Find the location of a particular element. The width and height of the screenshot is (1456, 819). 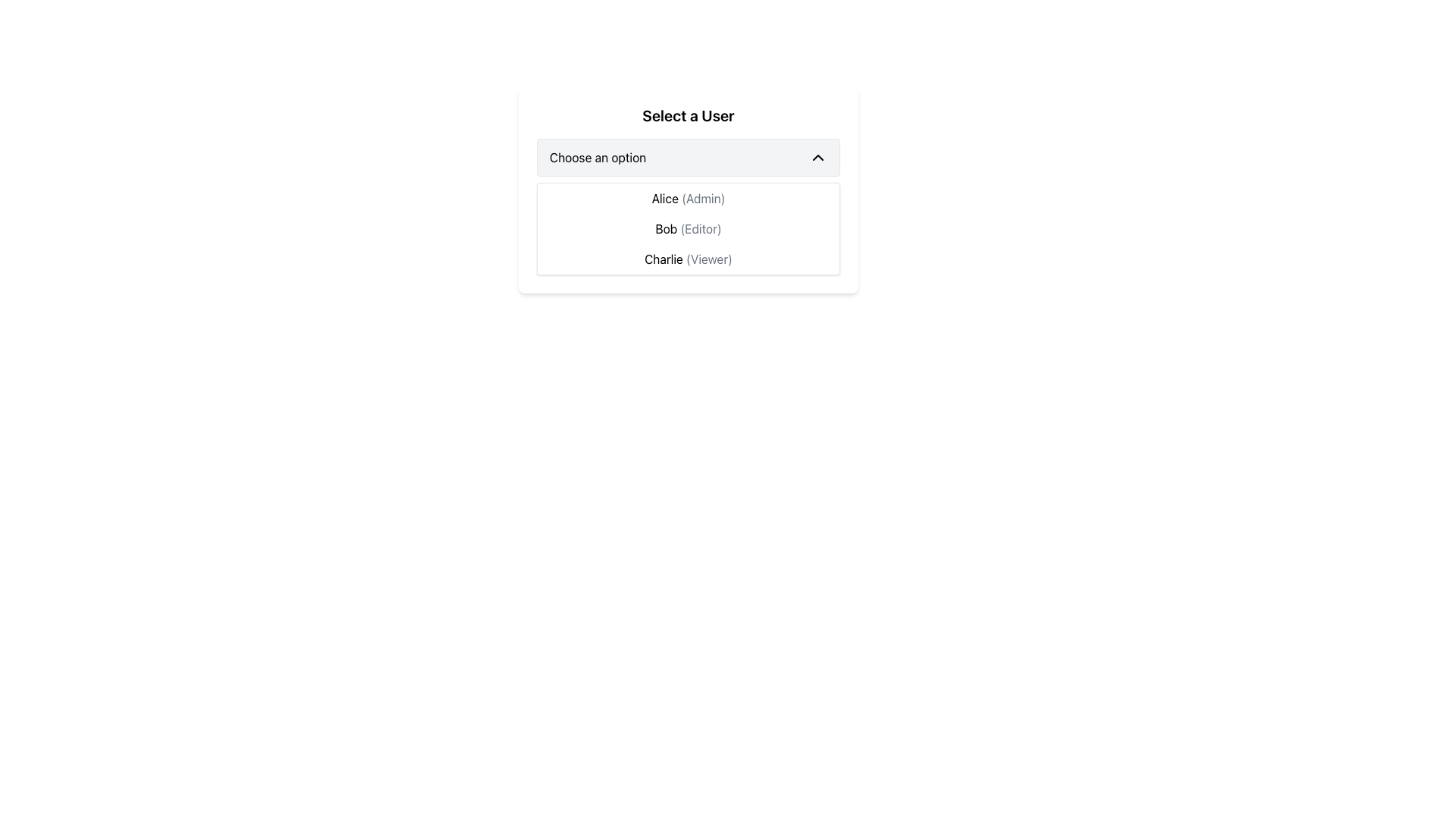

the user name in the dropdown menu is located at coordinates (687, 228).